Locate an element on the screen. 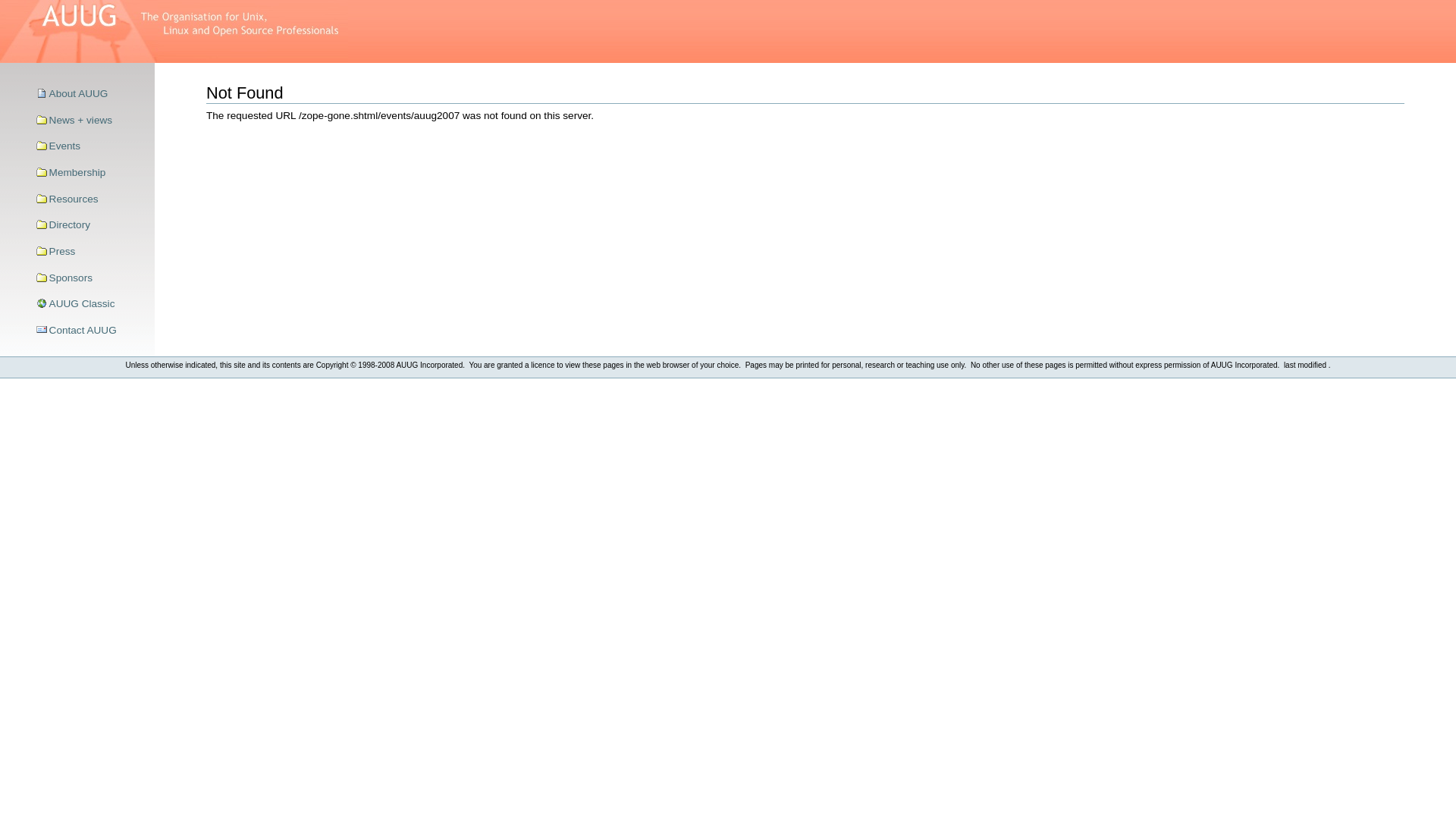  'Press' is located at coordinates (89, 250).